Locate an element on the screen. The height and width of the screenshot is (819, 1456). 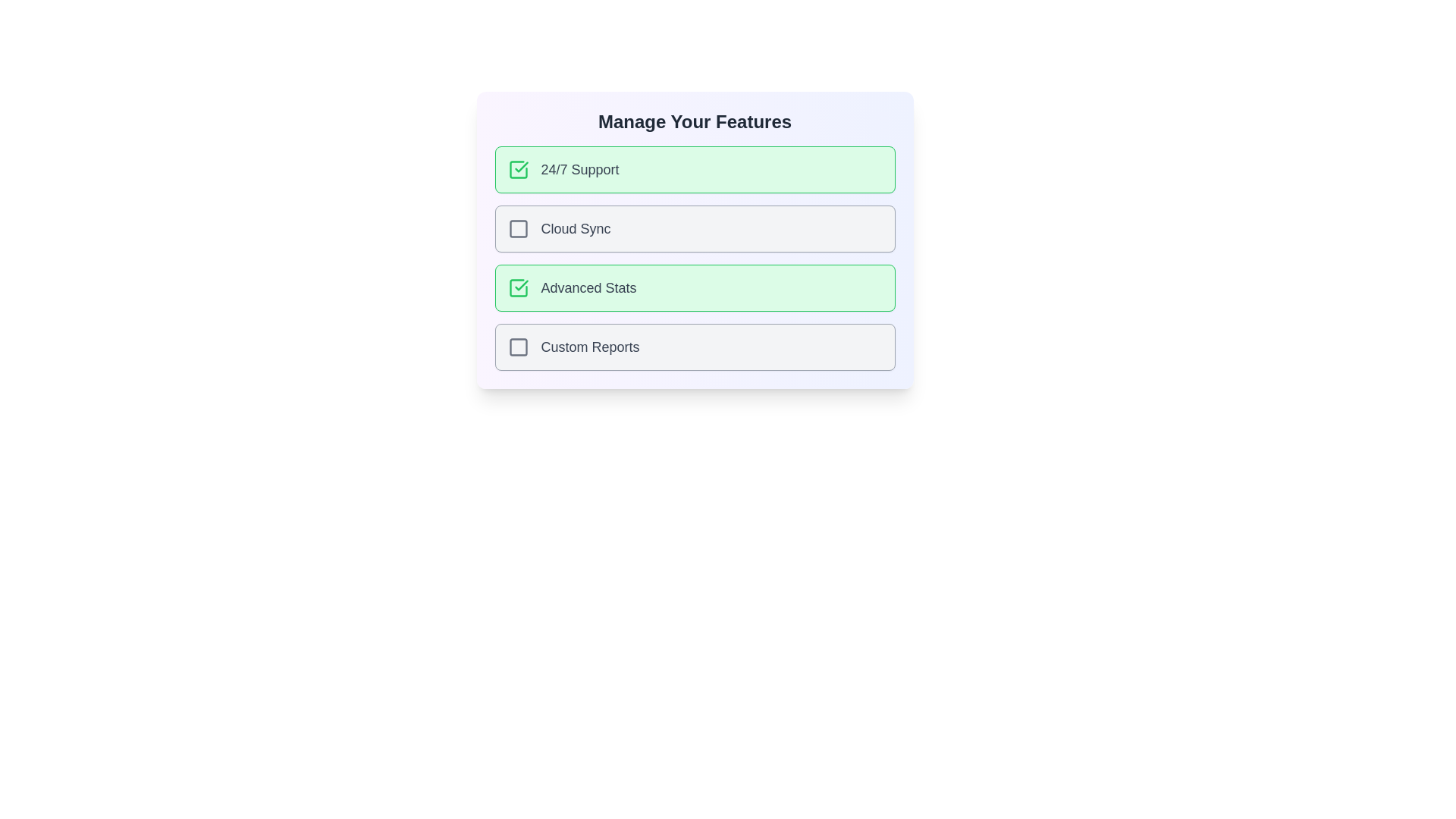
the checkbox associated with the green graphical icon located in the 'Manage Your Features' section, horizontally aligned with 'Advanced Stats' is located at coordinates (518, 288).